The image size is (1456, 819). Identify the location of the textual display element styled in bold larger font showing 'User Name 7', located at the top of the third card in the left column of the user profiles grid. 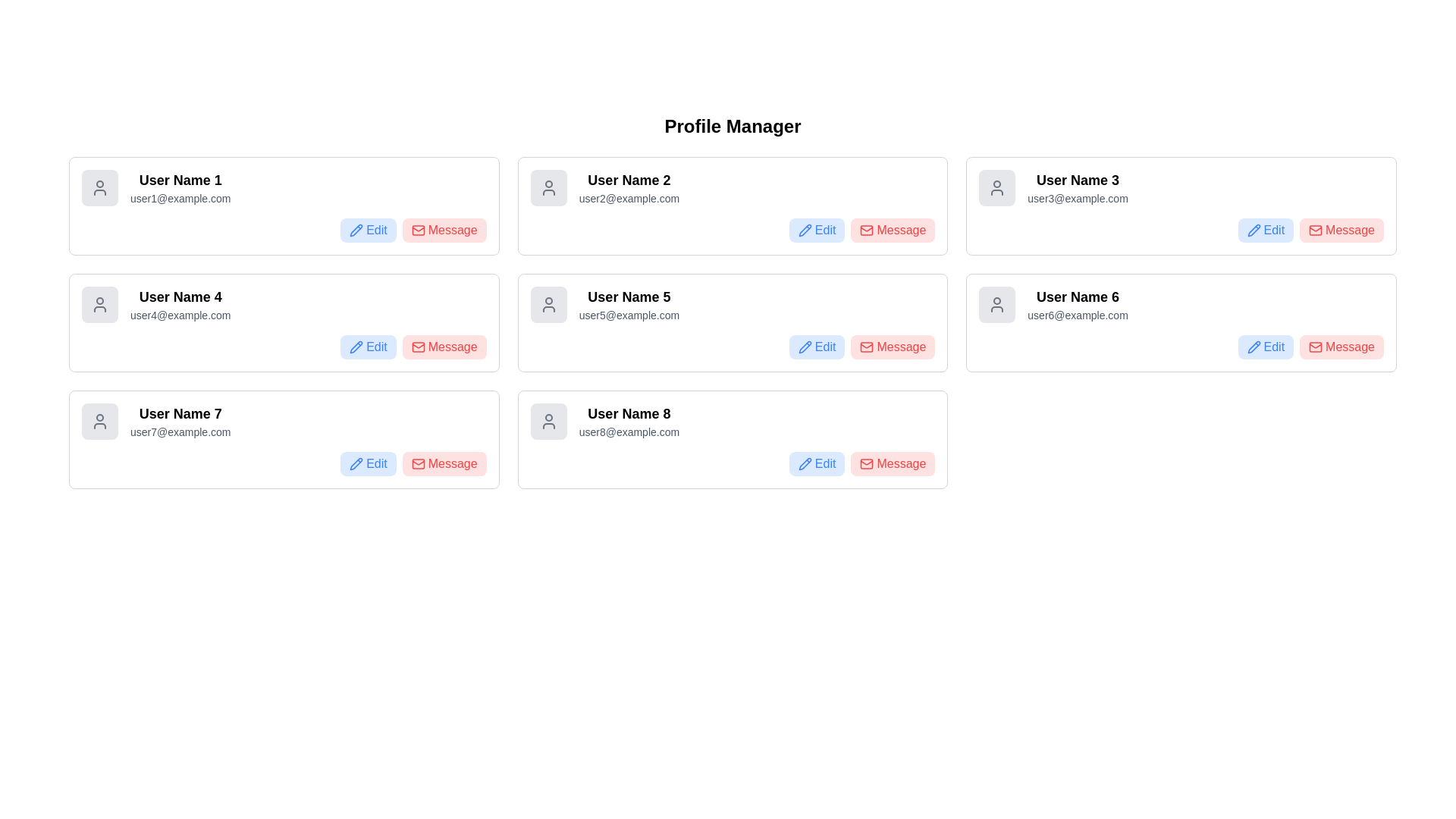
(180, 414).